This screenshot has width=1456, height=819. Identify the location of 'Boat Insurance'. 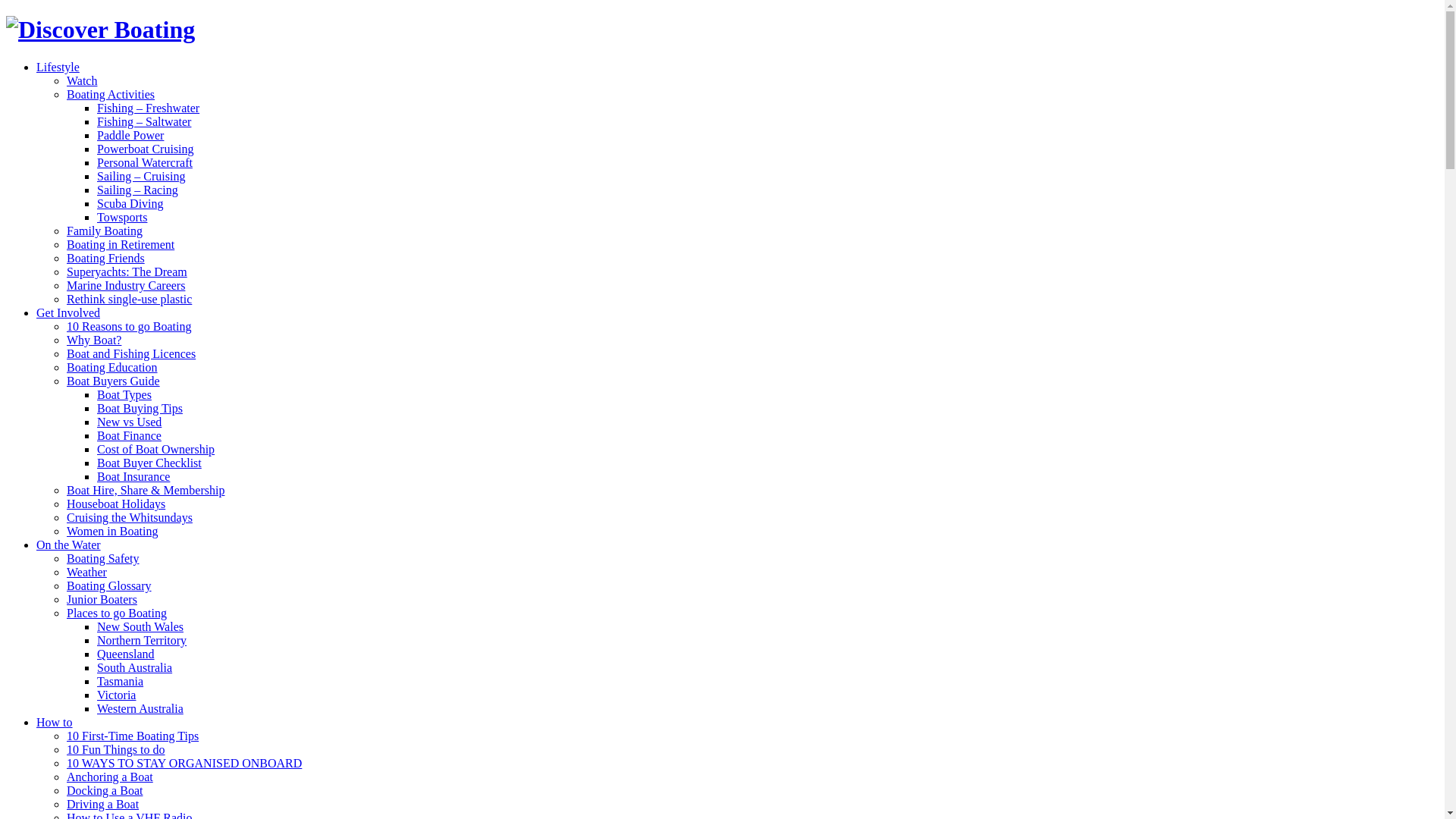
(133, 475).